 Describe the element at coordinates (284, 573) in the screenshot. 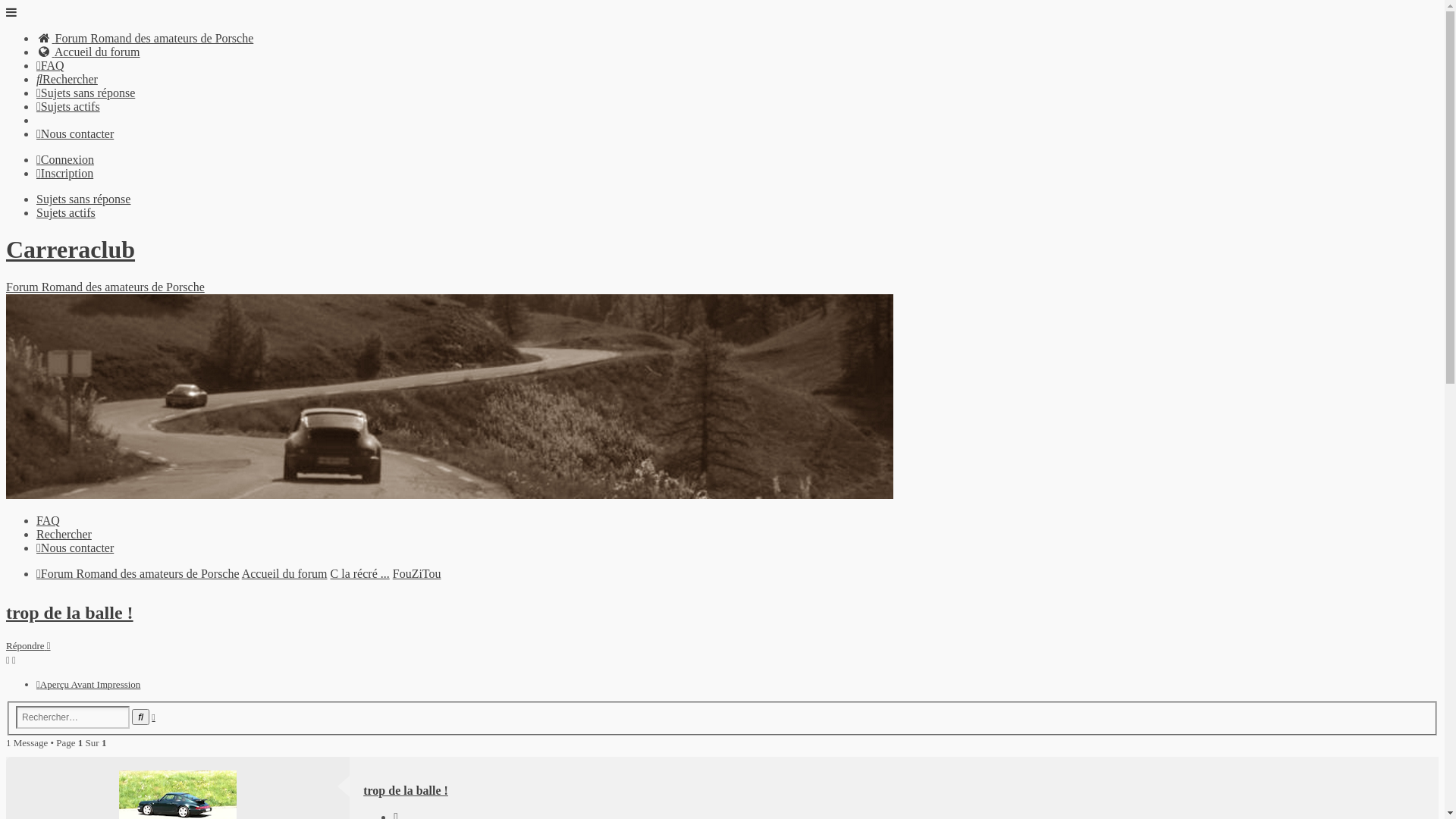

I see `'Accueil du forum'` at that location.